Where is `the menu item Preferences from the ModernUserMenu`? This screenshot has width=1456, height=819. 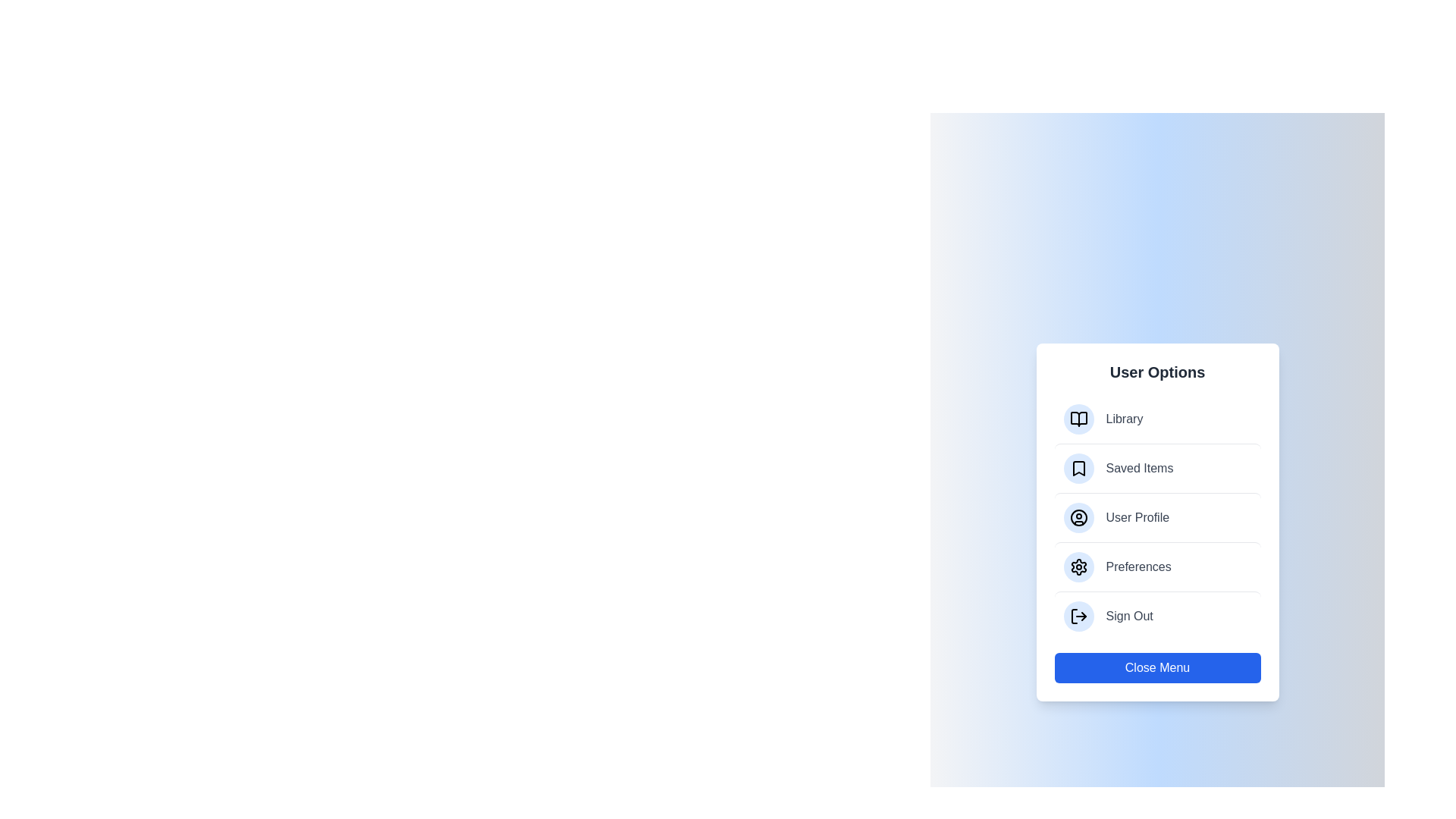
the menu item Preferences from the ModernUserMenu is located at coordinates (1156, 566).